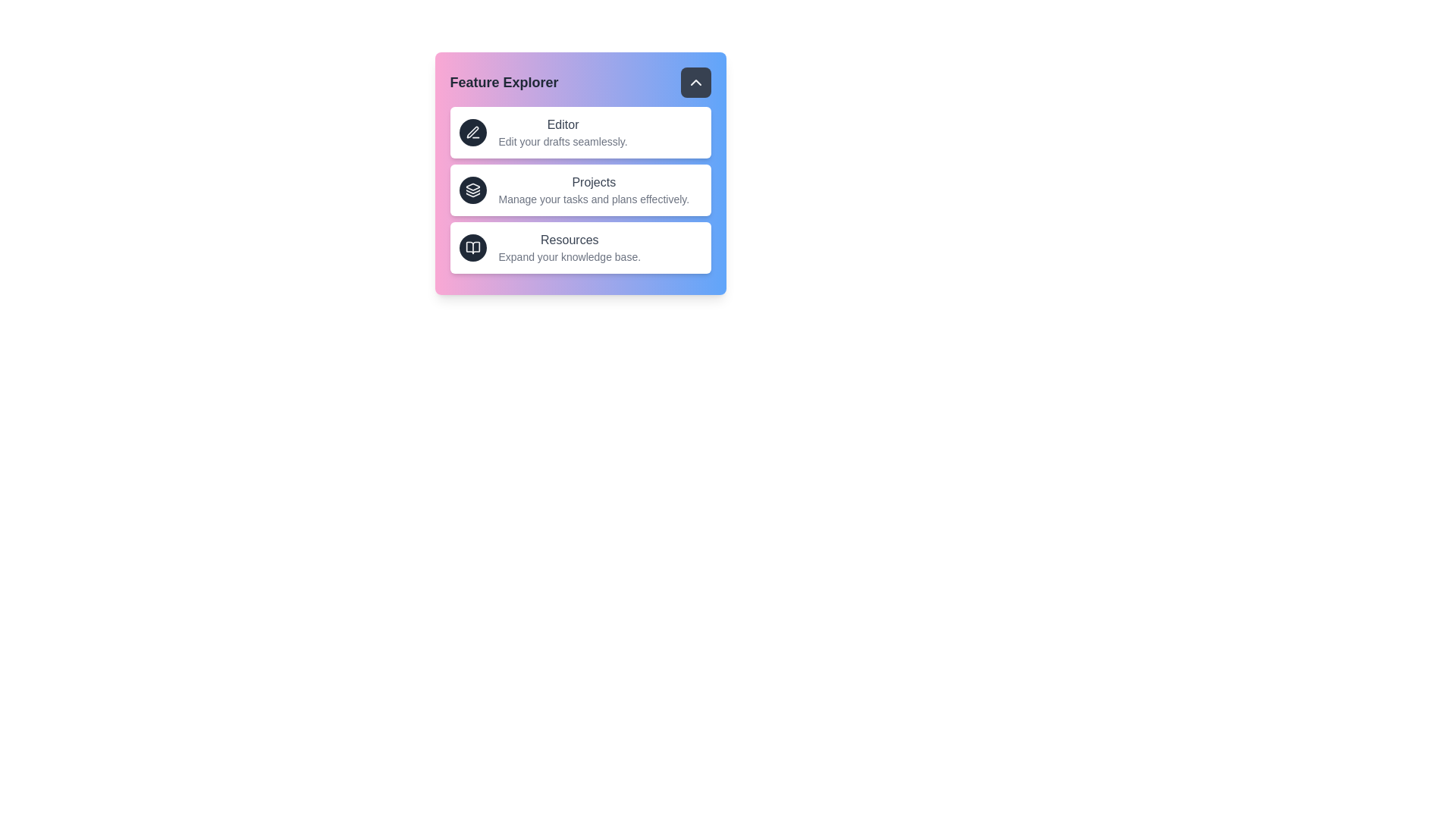 This screenshot has width=1456, height=819. What do you see at coordinates (579, 247) in the screenshot?
I see `the menu item Resources from the interactive menu` at bounding box center [579, 247].